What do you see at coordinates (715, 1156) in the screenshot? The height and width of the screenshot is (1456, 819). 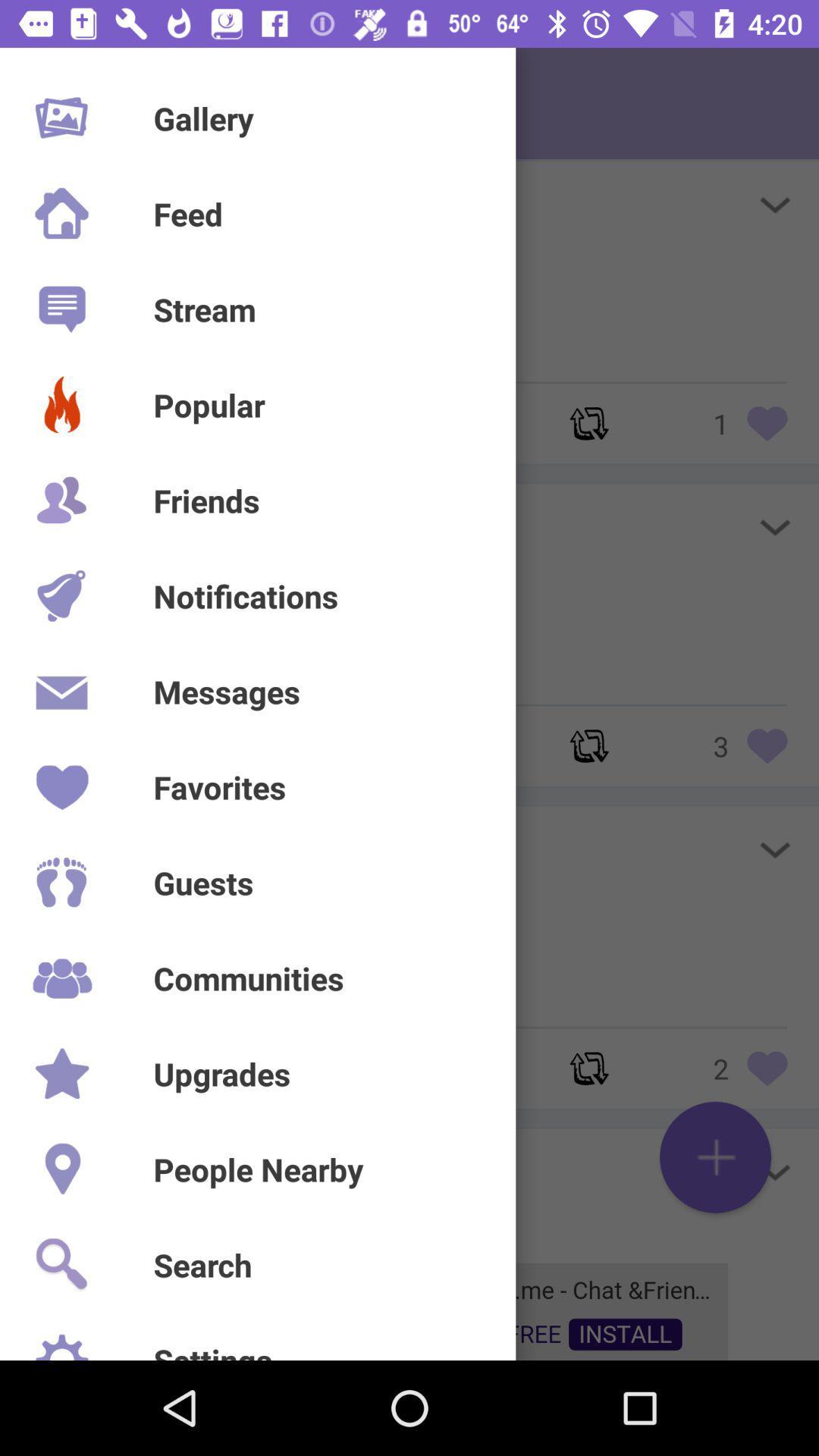 I see `the add icon` at bounding box center [715, 1156].